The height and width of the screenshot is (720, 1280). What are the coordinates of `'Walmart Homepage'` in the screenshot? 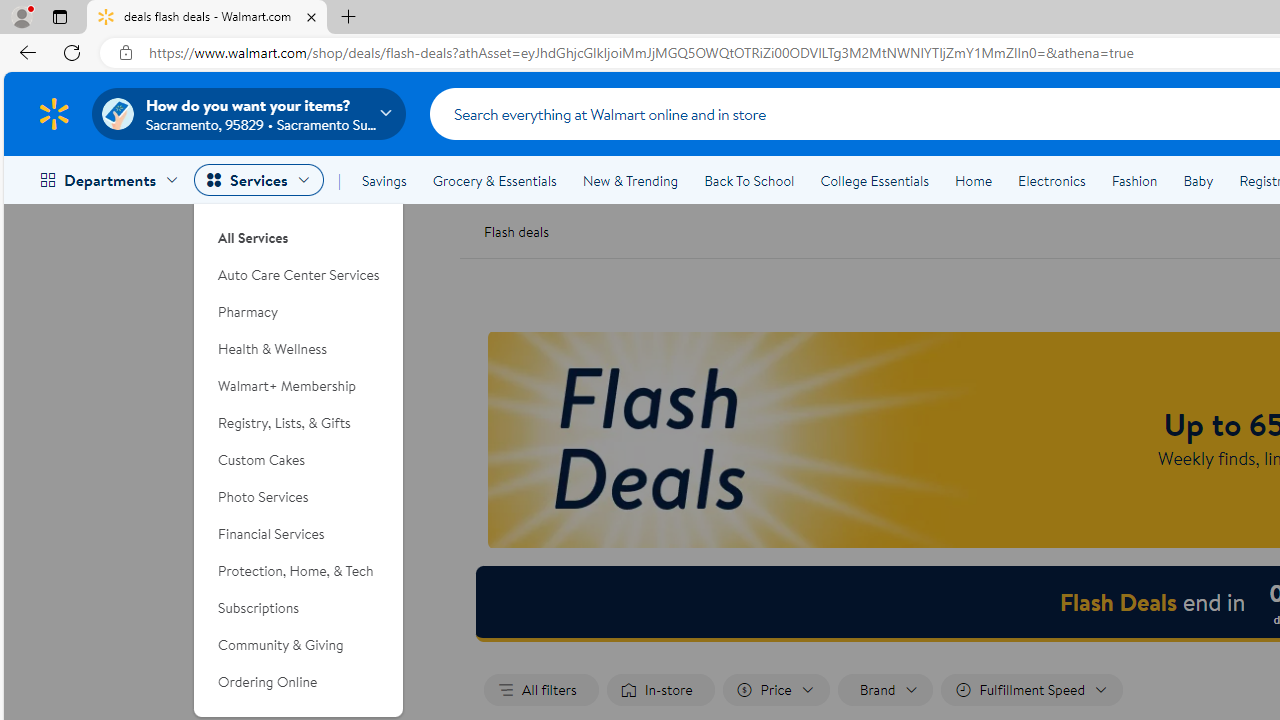 It's located at (53, 113).